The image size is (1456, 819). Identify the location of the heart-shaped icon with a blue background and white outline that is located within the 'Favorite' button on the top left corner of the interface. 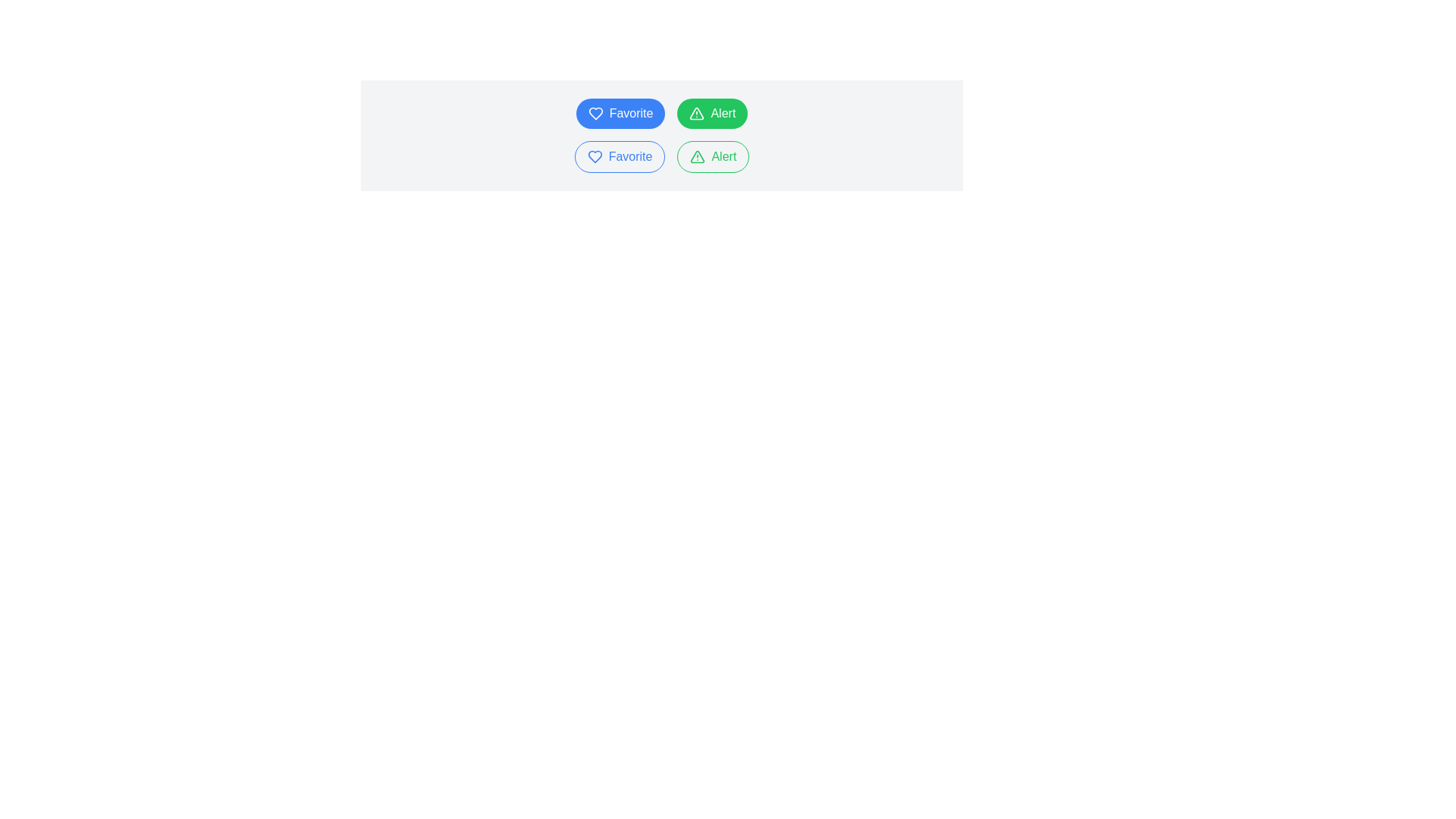
(595, 113).